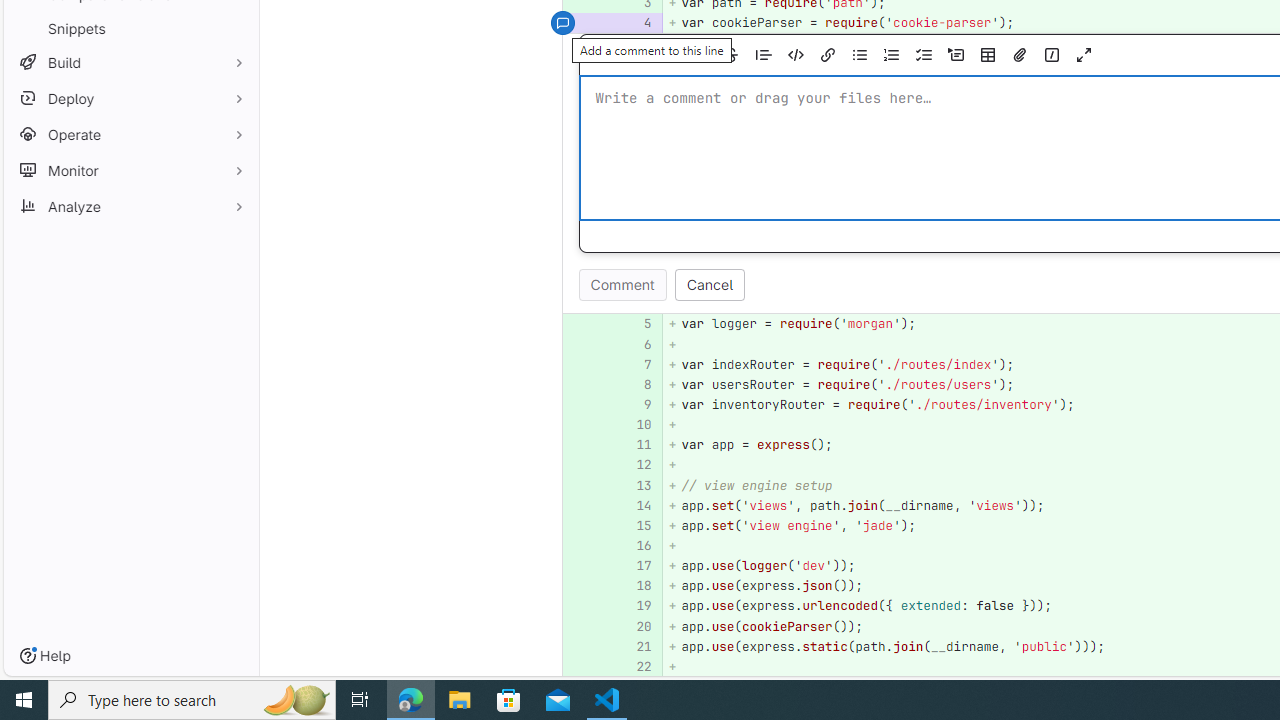 The width and height of the screenshot is (1280, 720). Describe the element at coordinates (636, 524) in the screenshot. I see `'15'` at that location.